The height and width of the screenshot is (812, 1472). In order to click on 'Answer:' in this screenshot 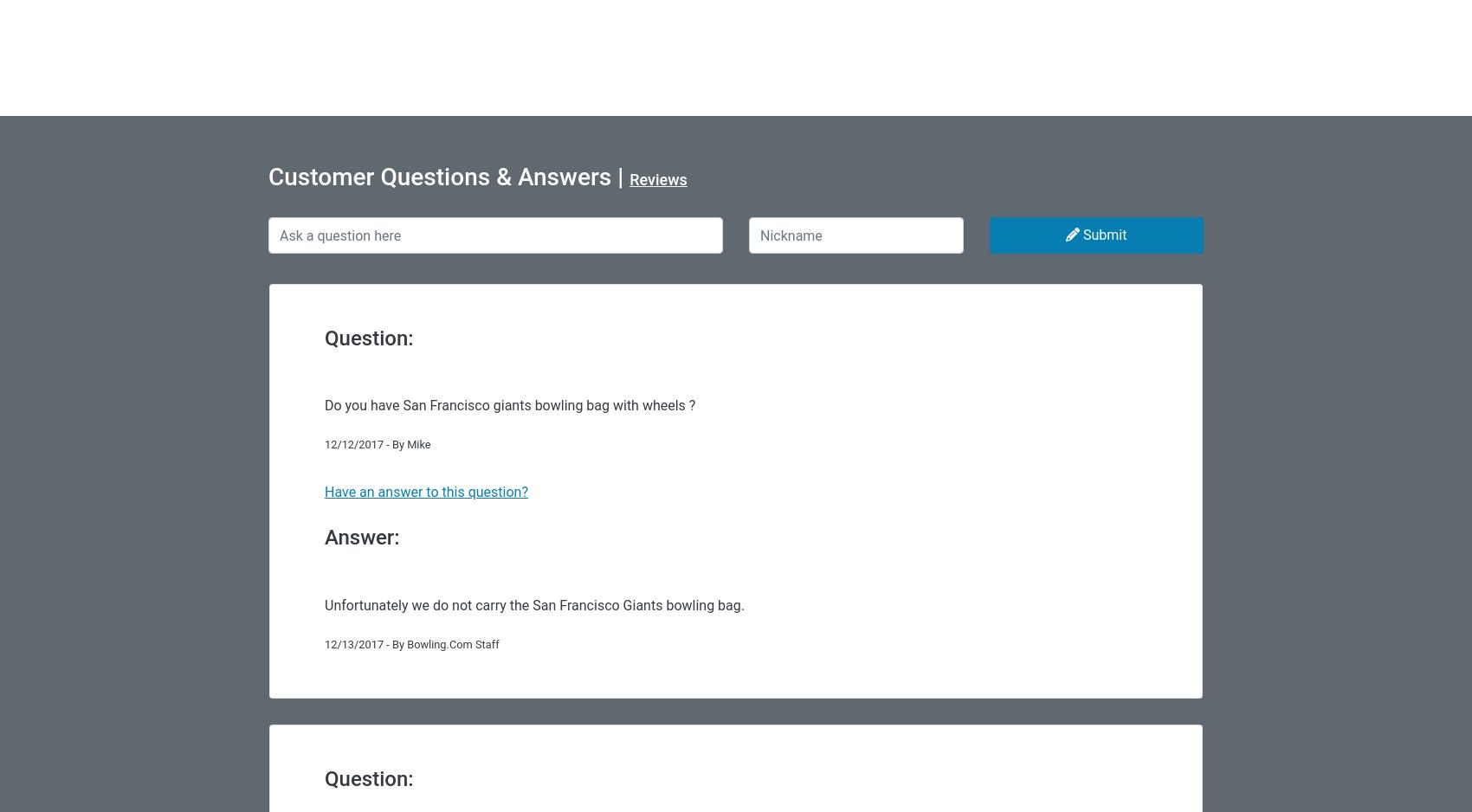, I will do `click(361, 537)`.